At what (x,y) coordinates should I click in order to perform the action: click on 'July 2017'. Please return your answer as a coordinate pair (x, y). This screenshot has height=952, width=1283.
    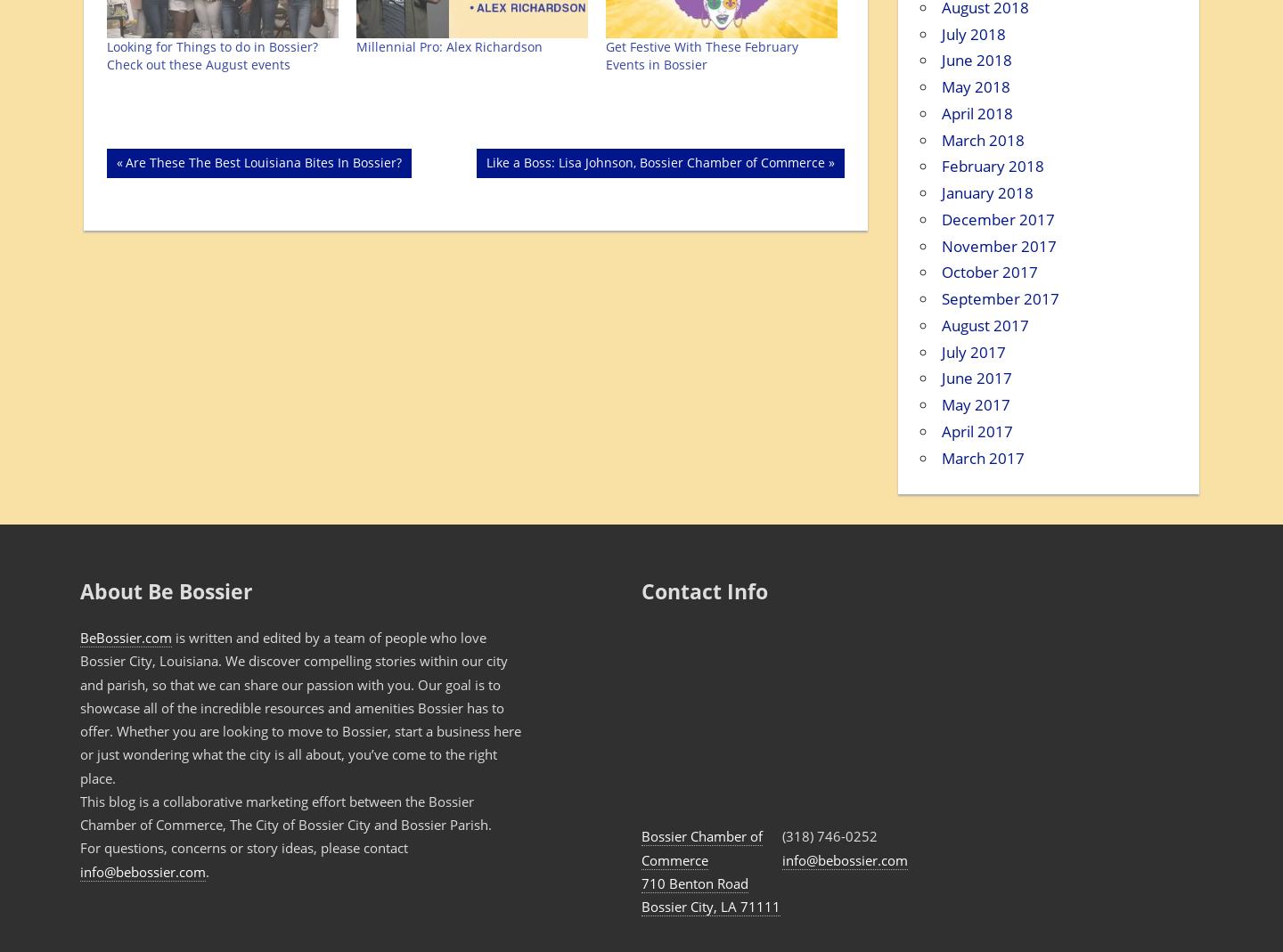
    Looking at the image, I should click on (972, 351).